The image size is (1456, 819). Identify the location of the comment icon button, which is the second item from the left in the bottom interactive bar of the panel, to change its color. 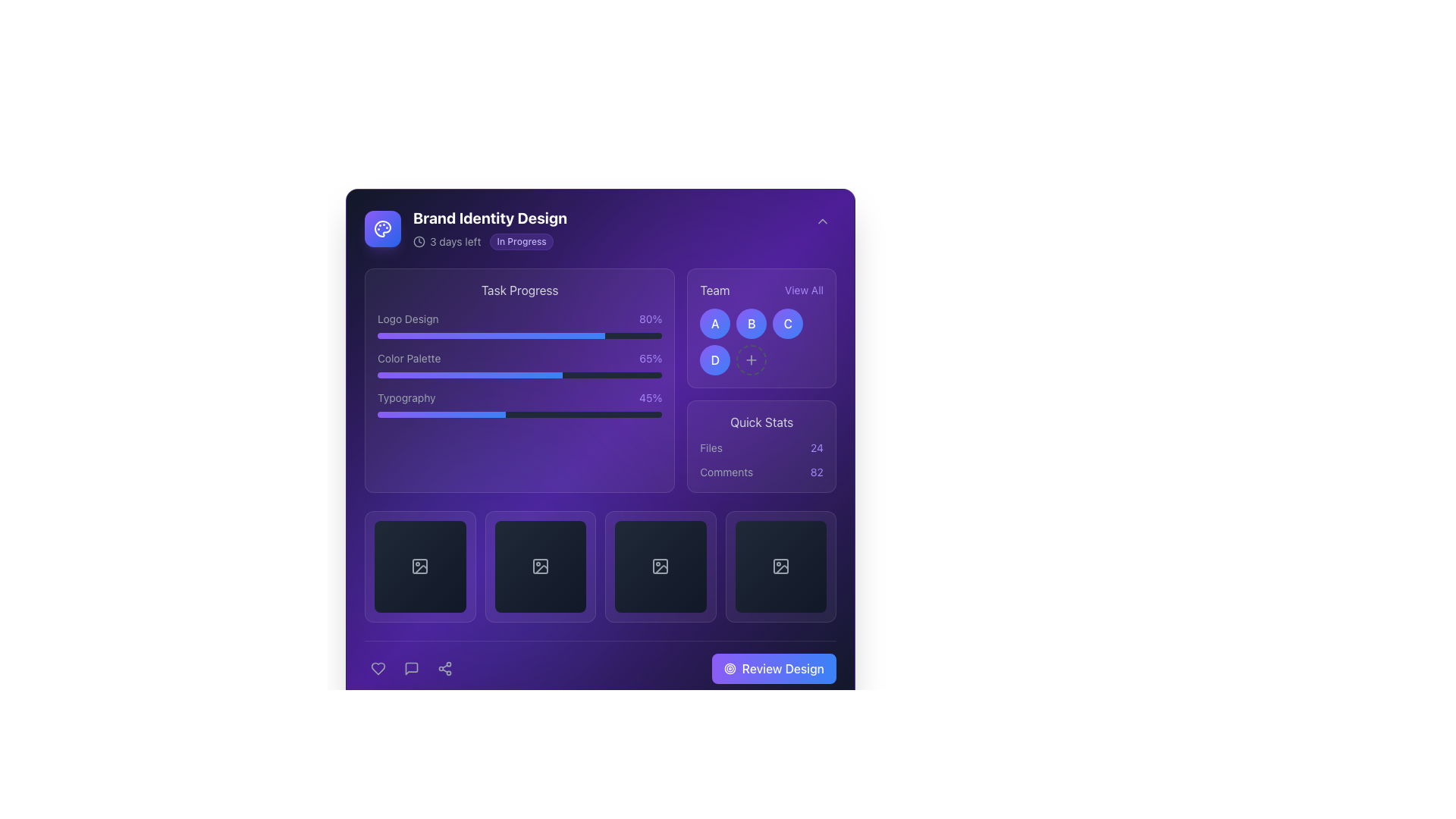
(411, 667).